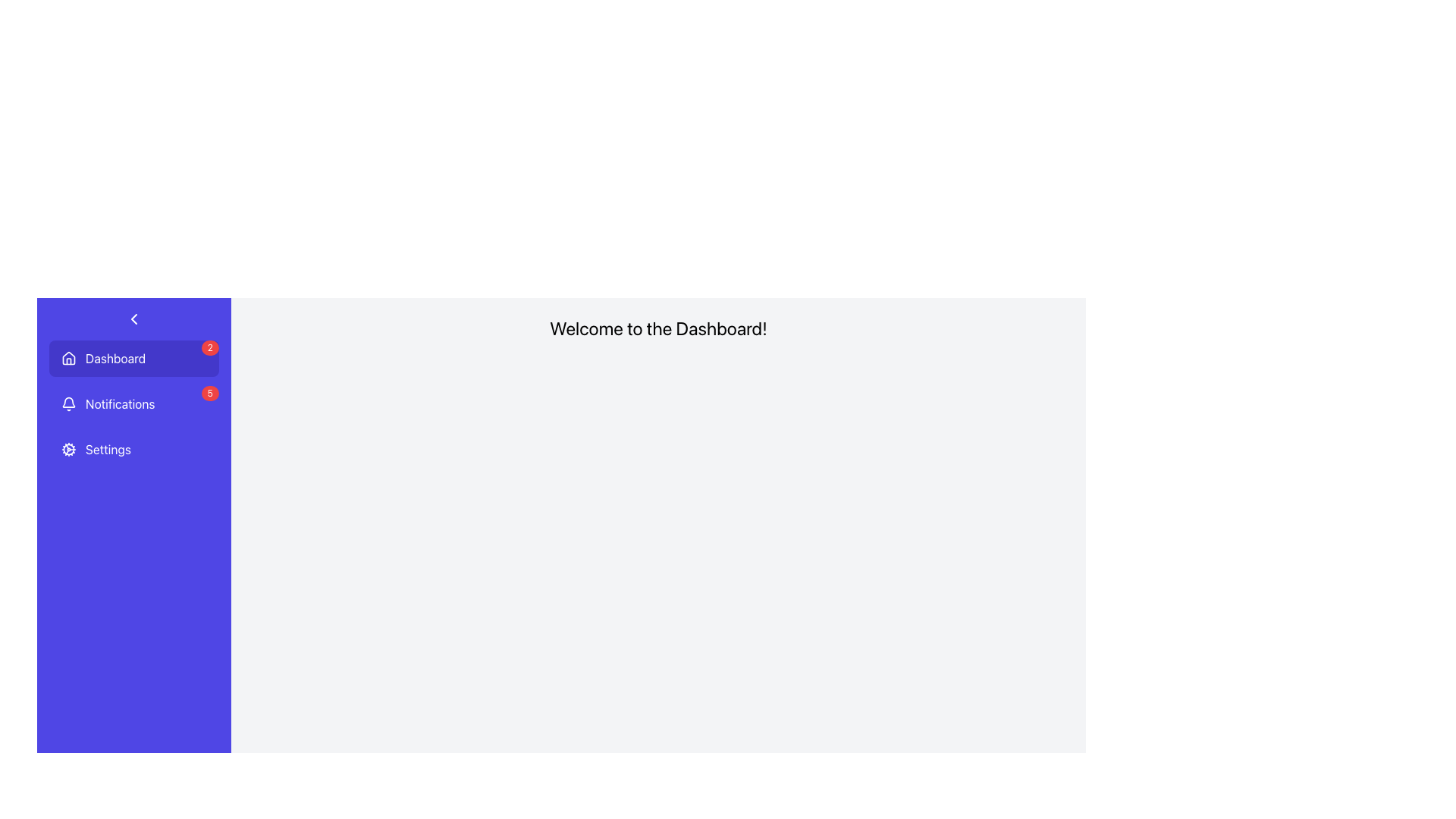 The width and height of the screenshot is (1456, 819). Describe the element at coordinates (107, 449) in the screenshot. I see `the 'Settings' text label in the navigation sidebar, which is the third item directly below 'Notifications'` at that location.